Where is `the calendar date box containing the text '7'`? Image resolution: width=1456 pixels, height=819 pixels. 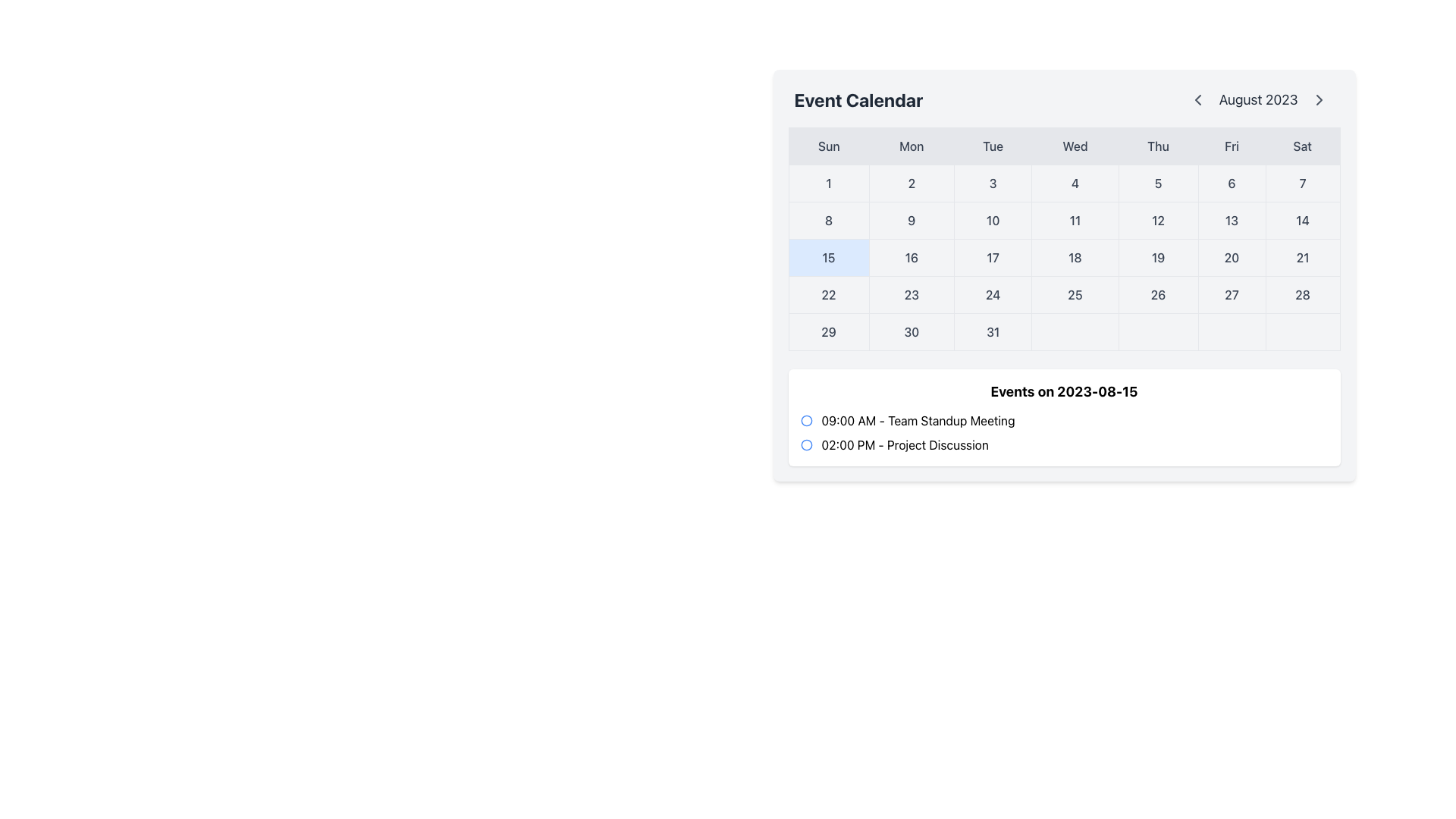 the calendar date box containing the text '7' is located at coordinates (1302, 183).